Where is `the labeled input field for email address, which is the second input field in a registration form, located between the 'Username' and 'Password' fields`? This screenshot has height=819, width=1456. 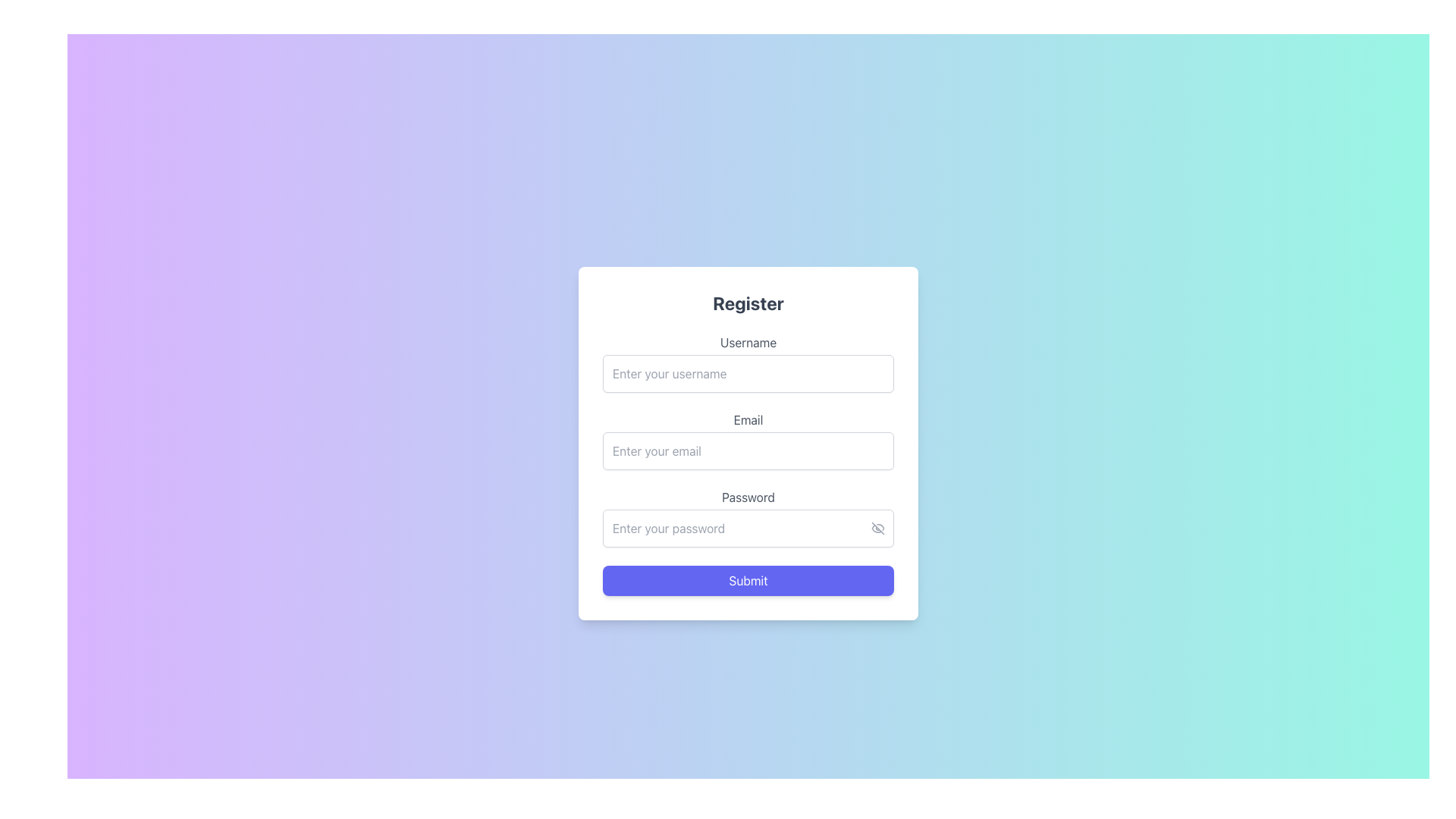
the labeled input field for email address, which is the second input field in a registration form, located between the 'Username' and 'Password' fields is located at coordinates (748, 441).